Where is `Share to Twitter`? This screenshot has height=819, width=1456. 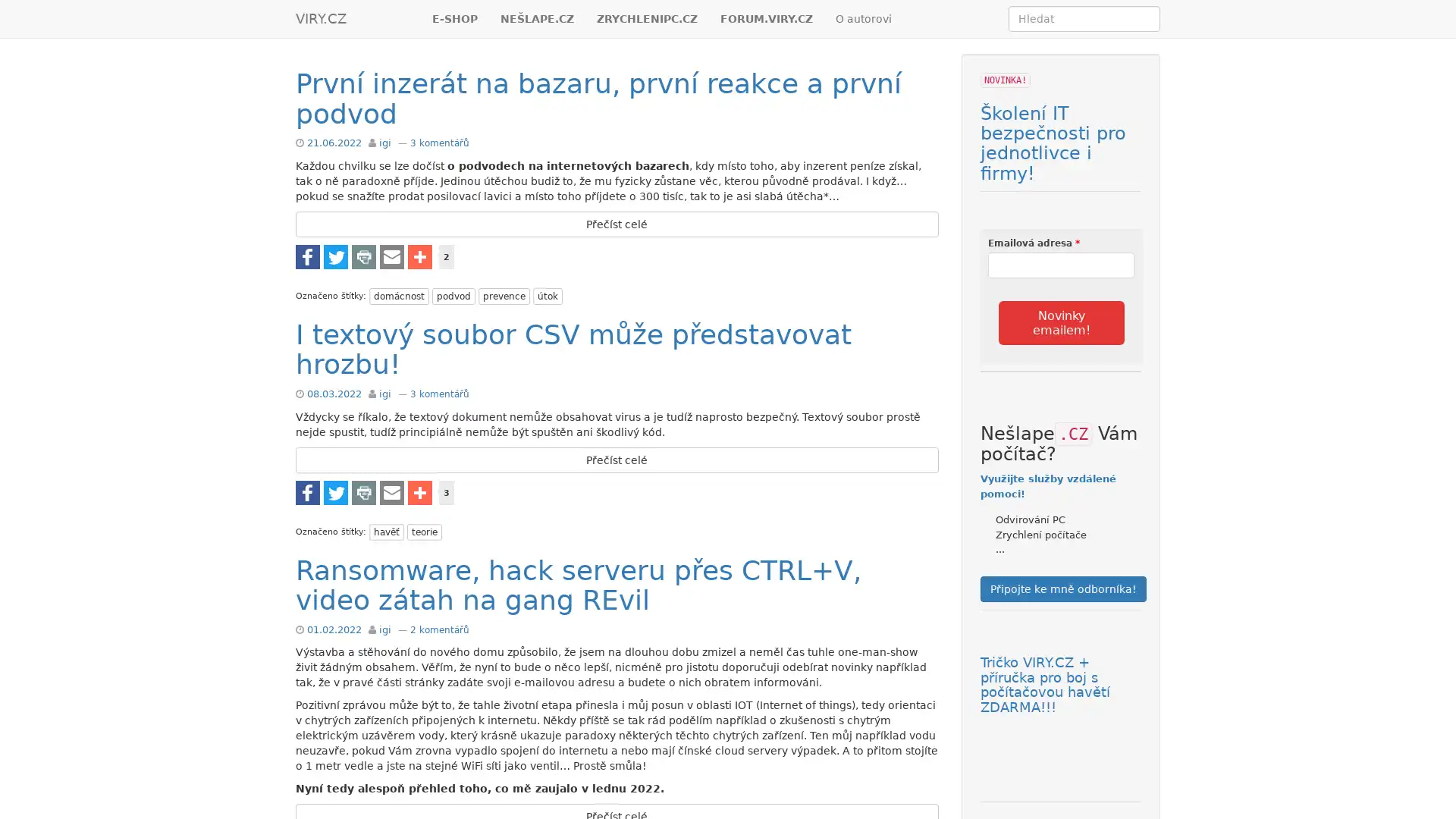
Share to Twitter is located at coordinates (334, 491).